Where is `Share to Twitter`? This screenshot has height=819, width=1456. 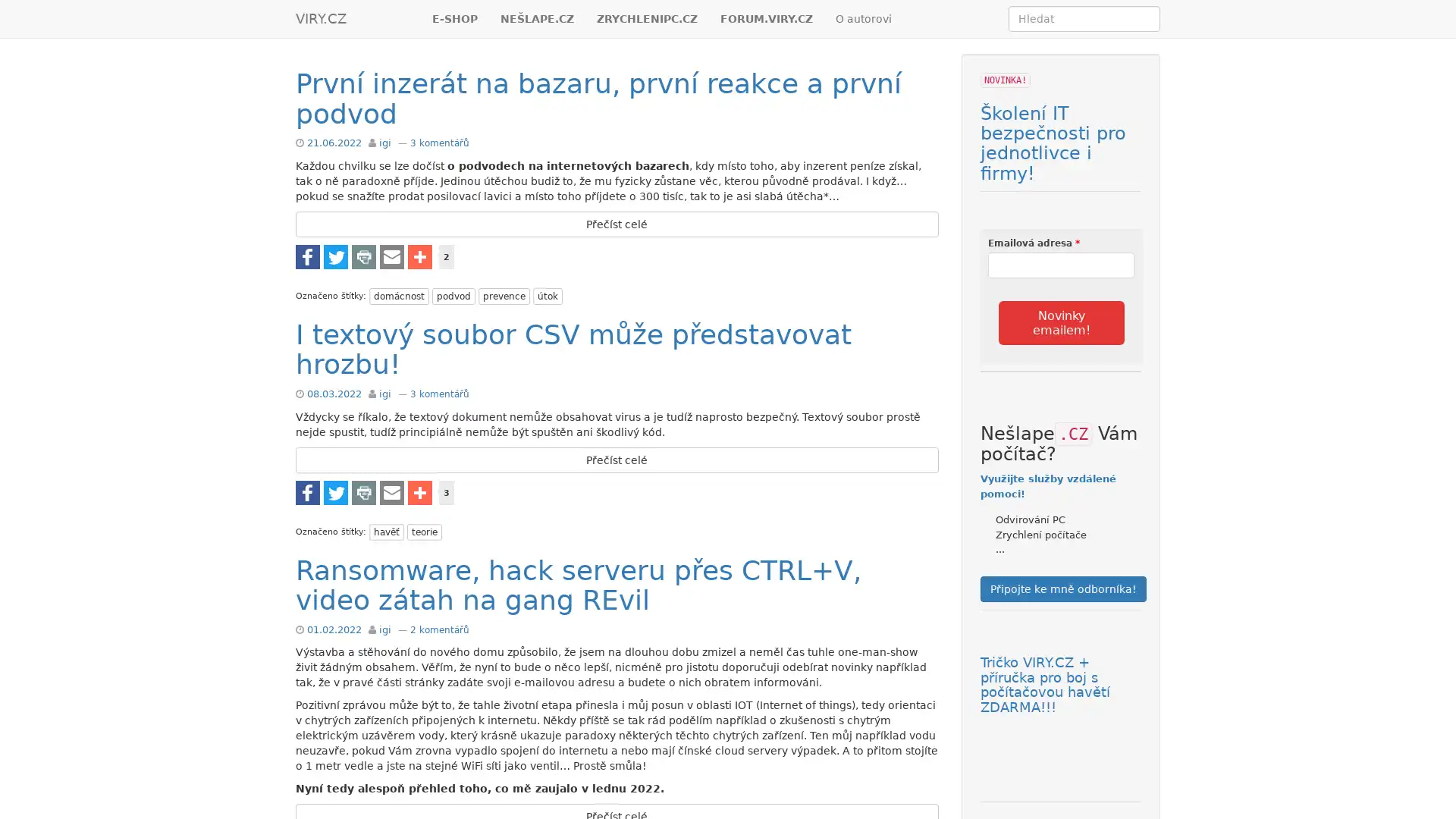
Share to Twitter is located at coordinates (334, 491).